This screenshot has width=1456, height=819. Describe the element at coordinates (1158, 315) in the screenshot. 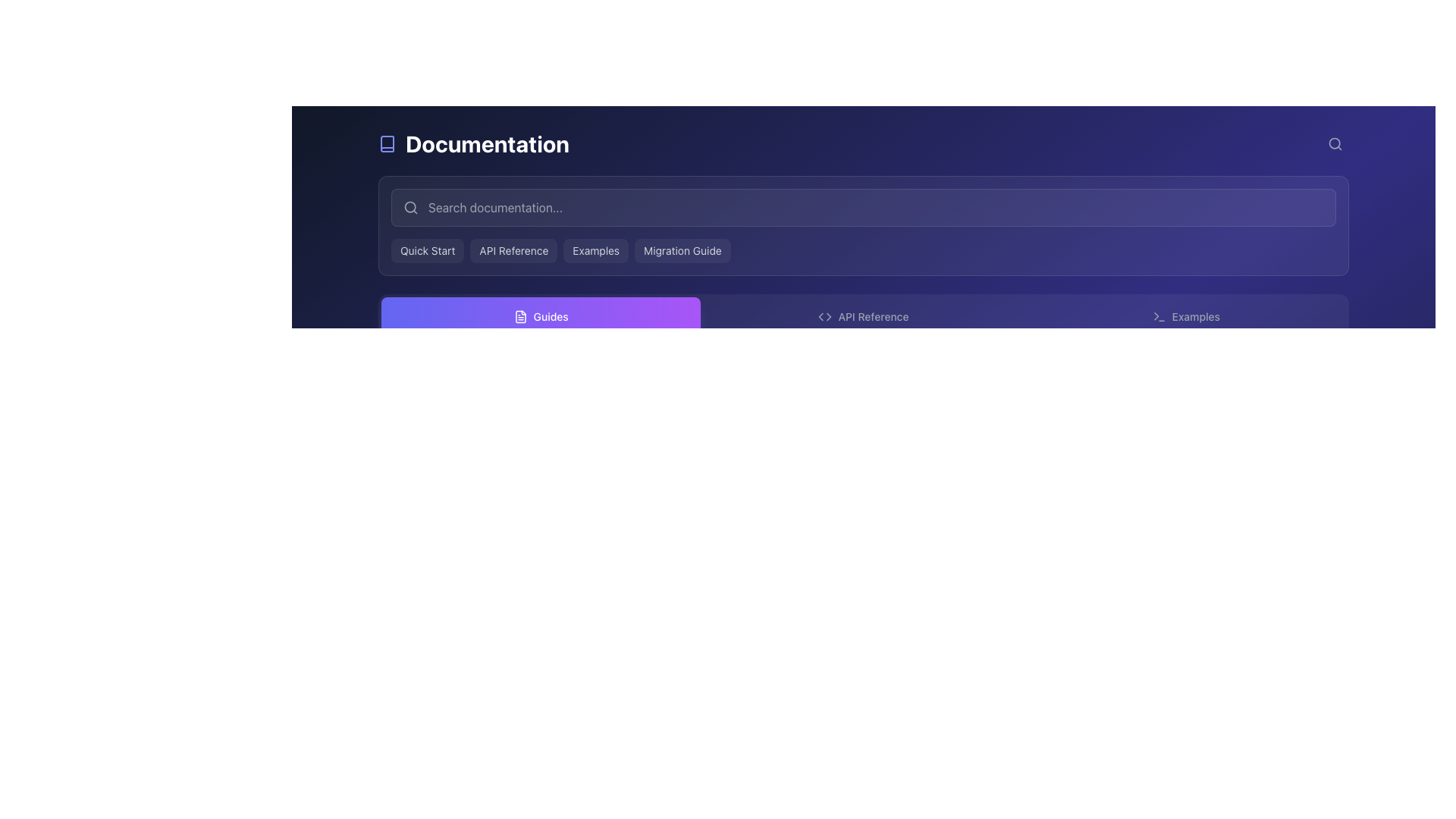

I see `the SVG icon next to the 'Examples' button` at that location.